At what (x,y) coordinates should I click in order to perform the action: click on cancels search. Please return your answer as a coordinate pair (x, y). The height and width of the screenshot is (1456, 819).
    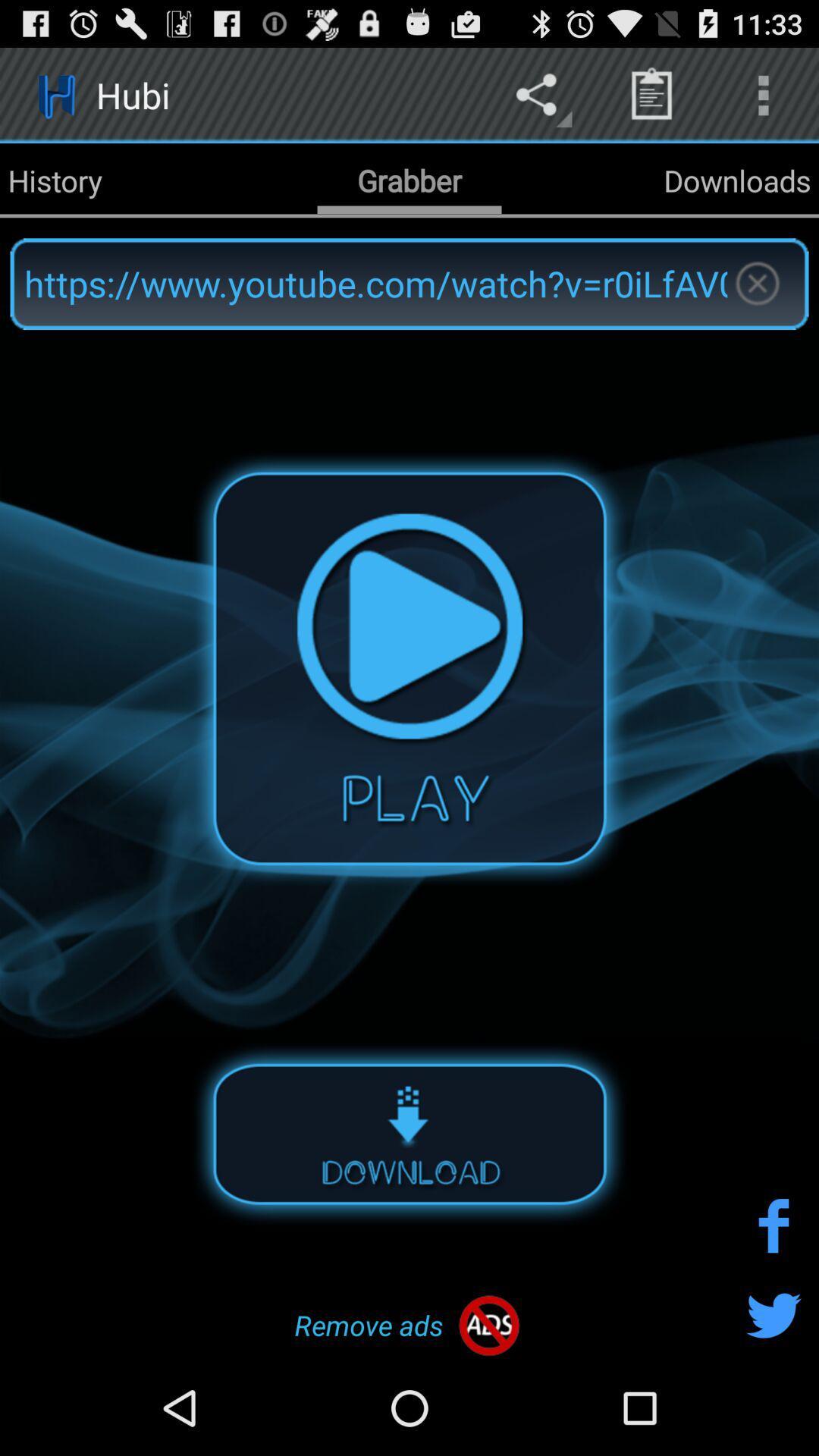
    Looking at the image, I should click on (757, 284).